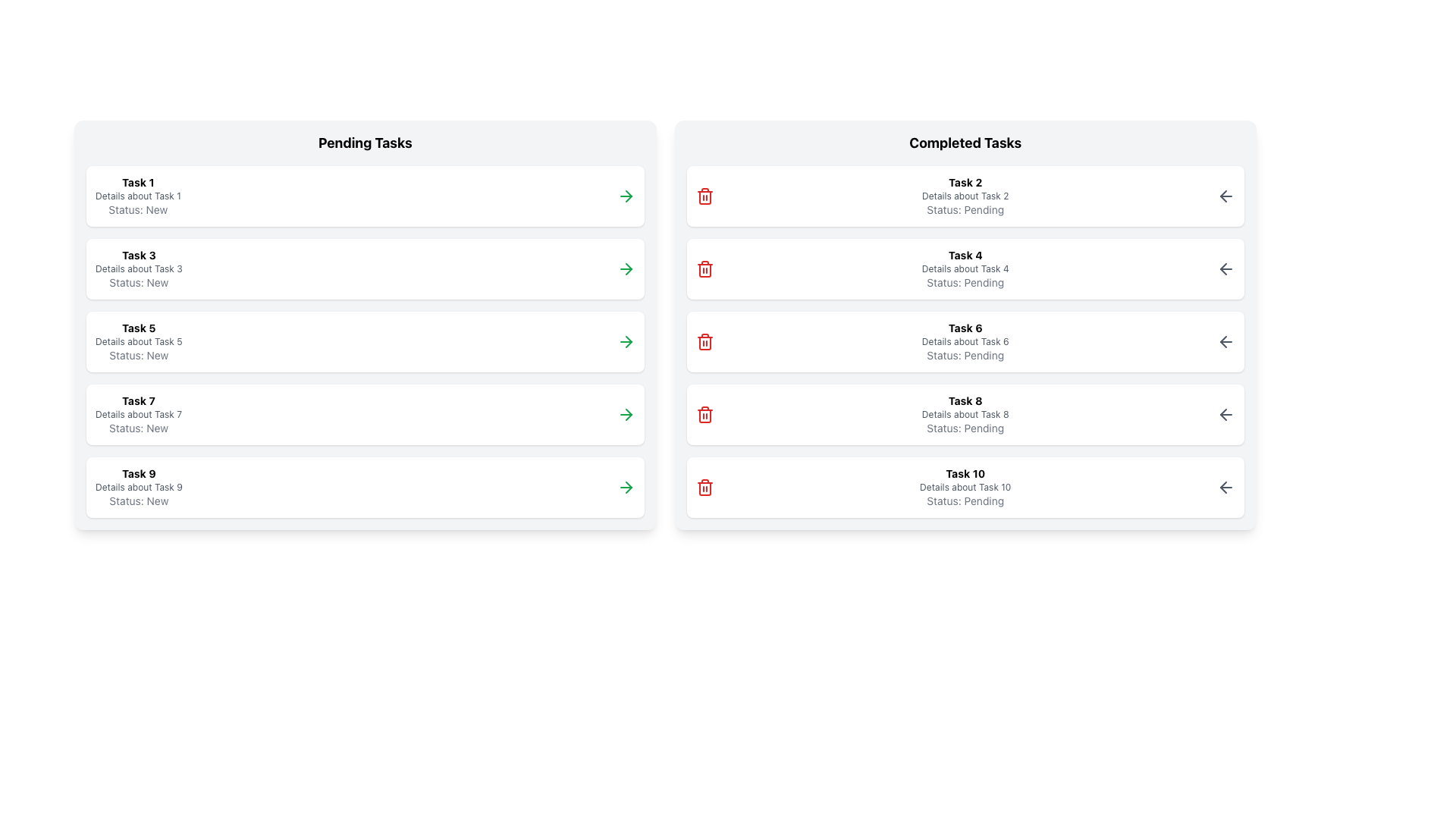 Image resolution: width=1456 pixels, height=819 pixels. What do you see at coordinates (138, 209) in the screenshot?
I see `the status text label indicating 'New' located under the 'Details about Task 1' in the 'Pending Tasks' section` at bounding box center [138, 209].